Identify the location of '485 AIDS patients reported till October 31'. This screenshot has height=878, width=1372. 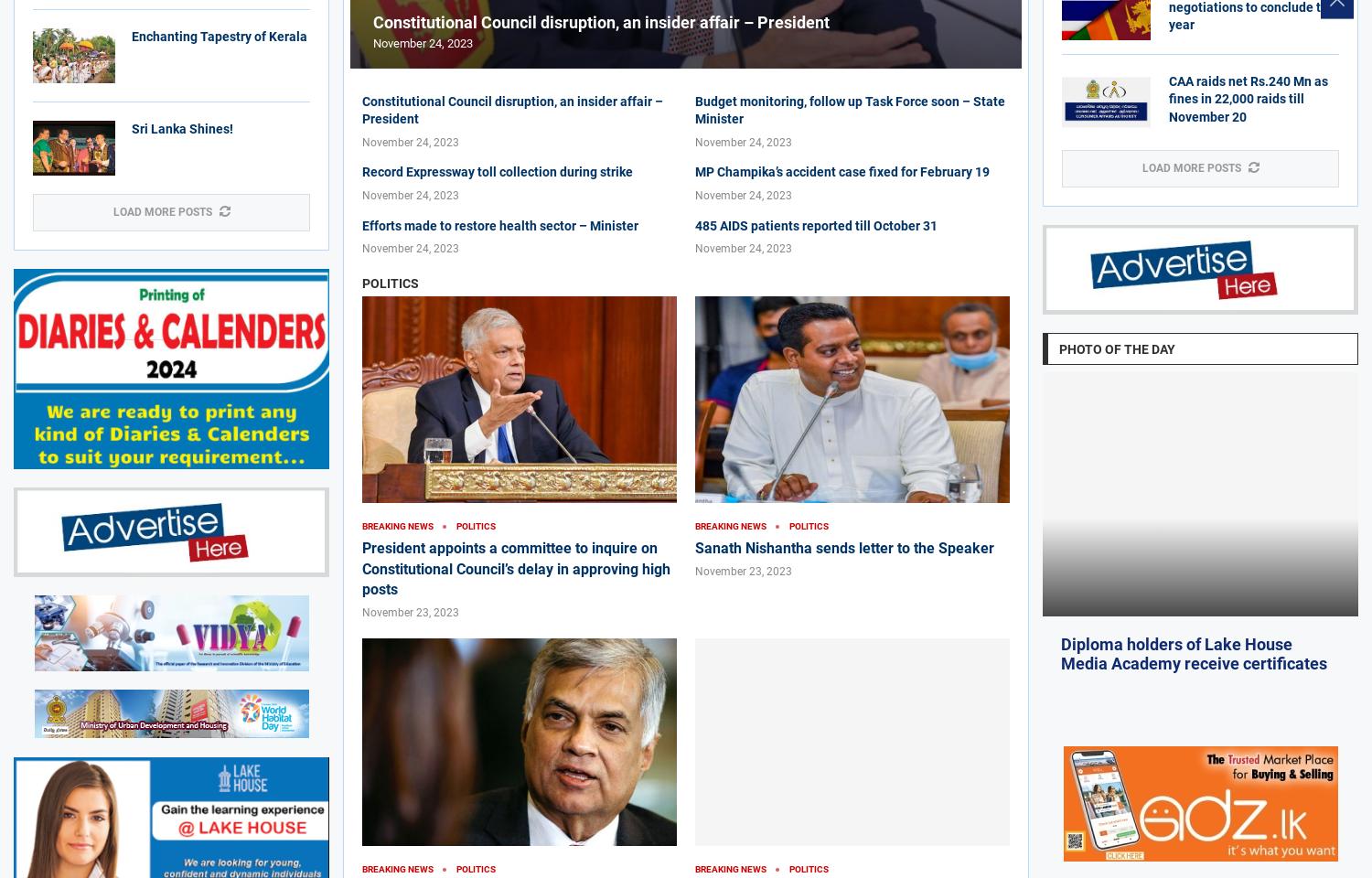
(816, 223).